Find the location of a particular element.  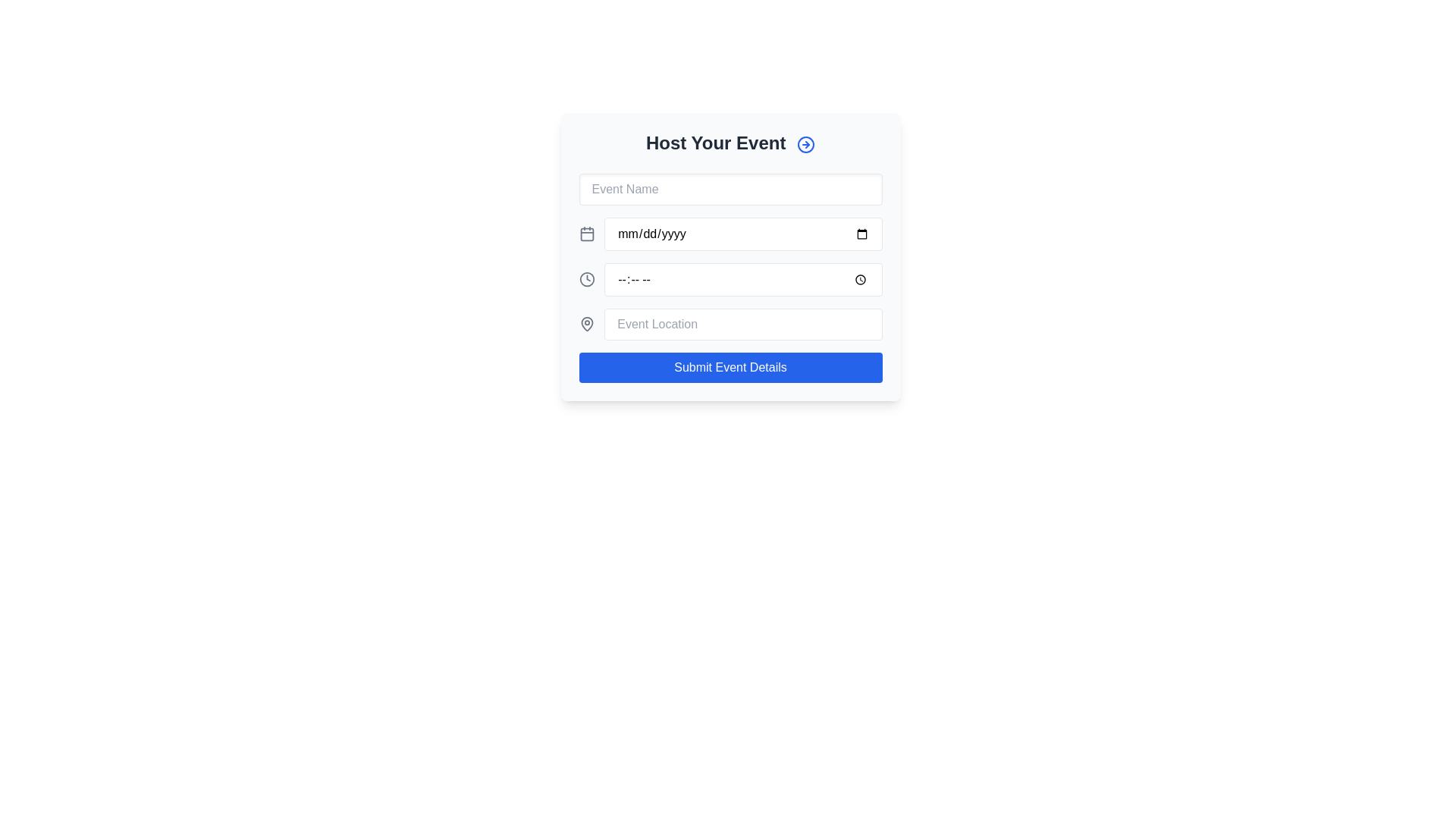

the clock icon, which is a gray circular icon with clock hands, located to the left of the time input field in the third row of the form is located at coordinates (586, 280).